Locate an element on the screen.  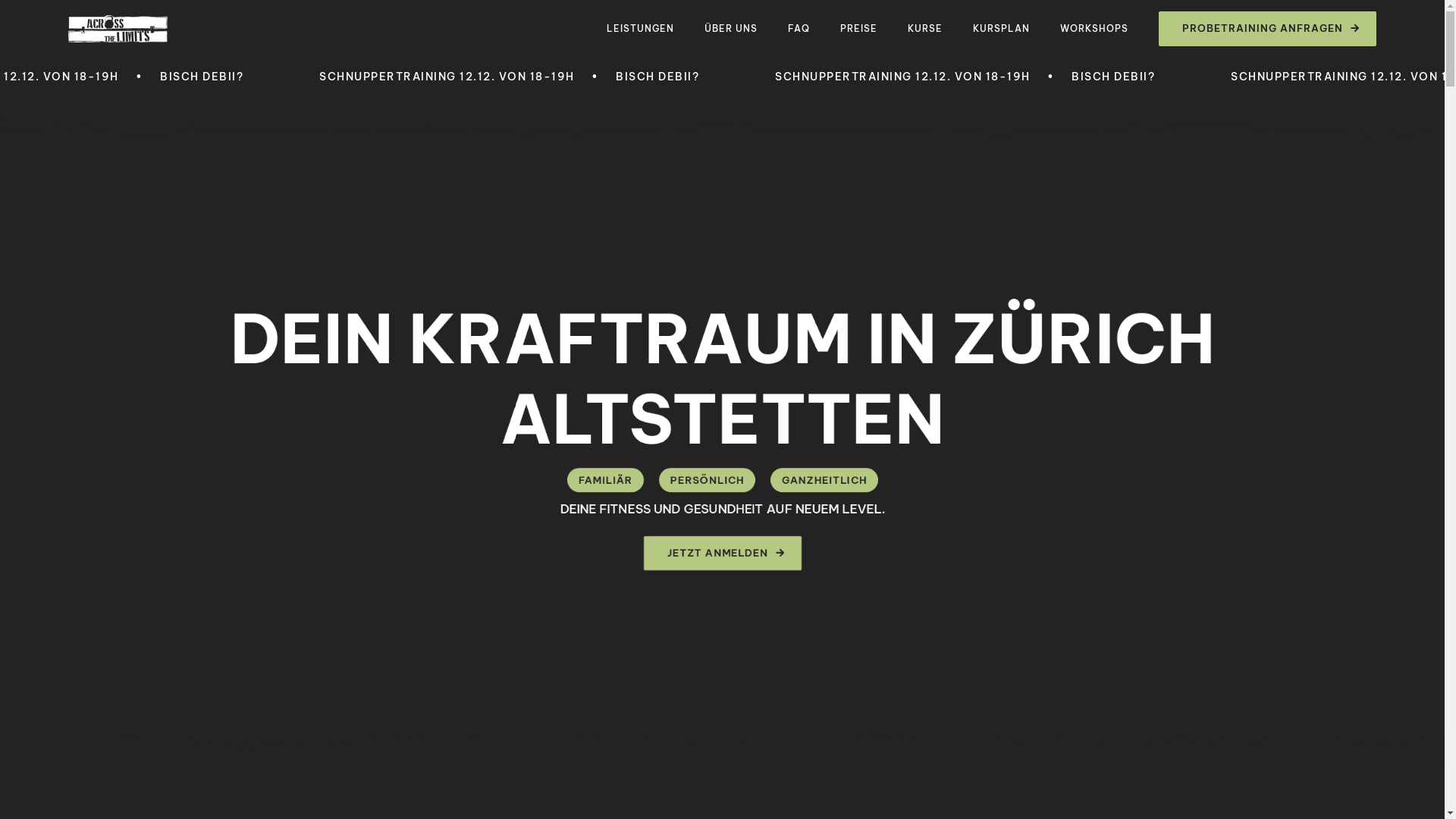
'WORKSHOPS' is located at coordinates (1109, 29).